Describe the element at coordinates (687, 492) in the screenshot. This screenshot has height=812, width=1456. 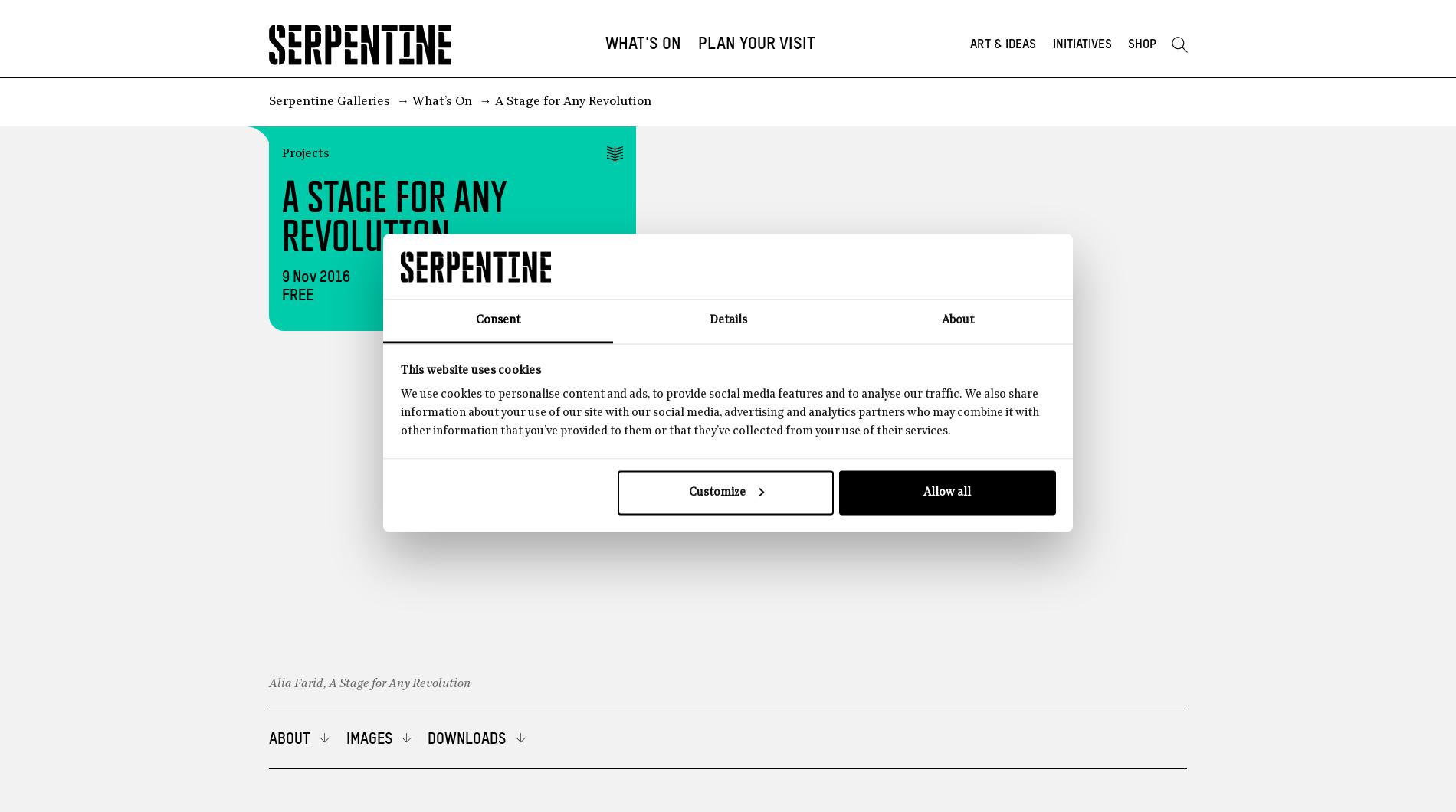
I see `'Customize'` at that location.